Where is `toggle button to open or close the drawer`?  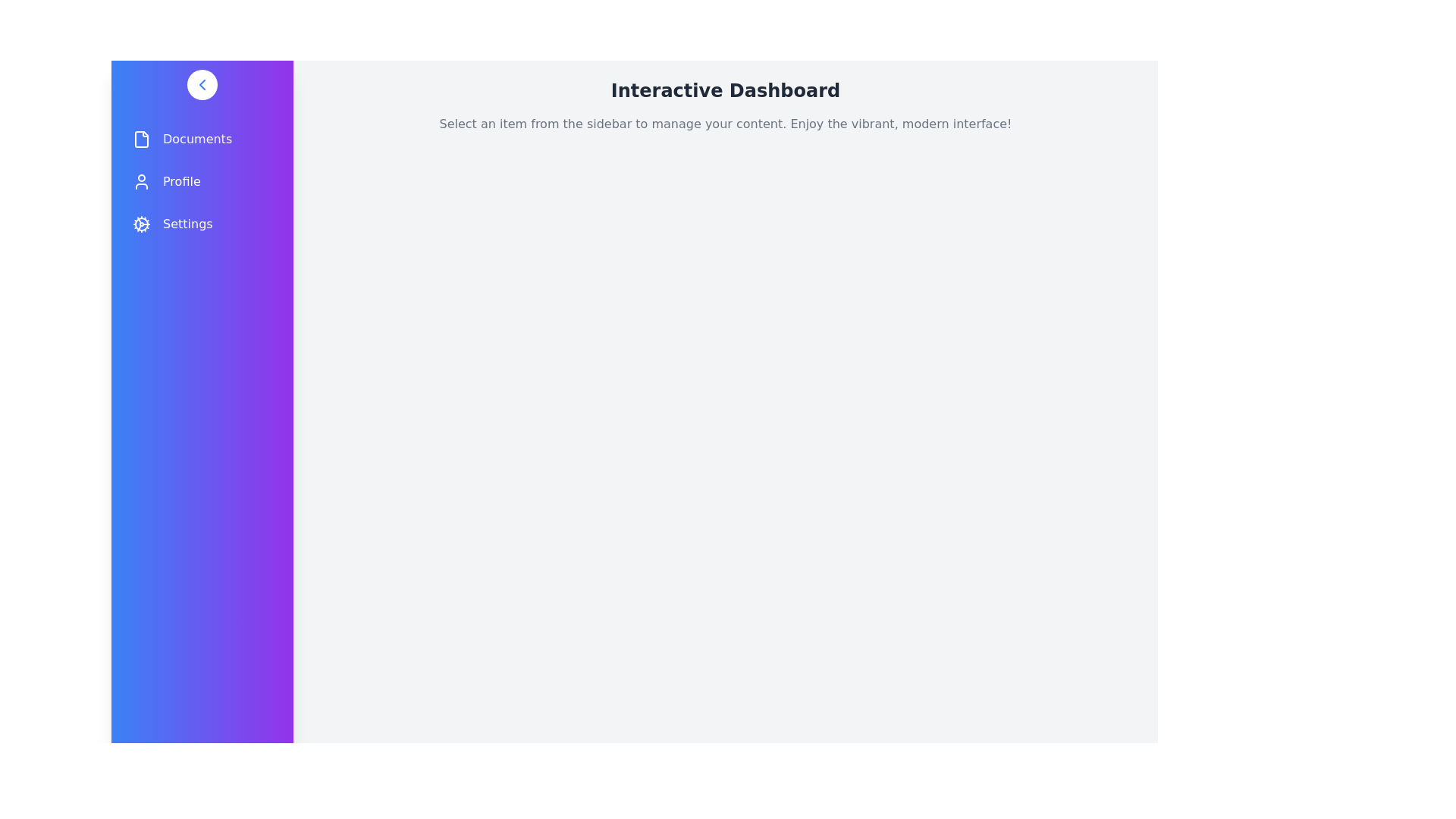 toggle button to open or close the drawer is located at coordinates (202, 84).